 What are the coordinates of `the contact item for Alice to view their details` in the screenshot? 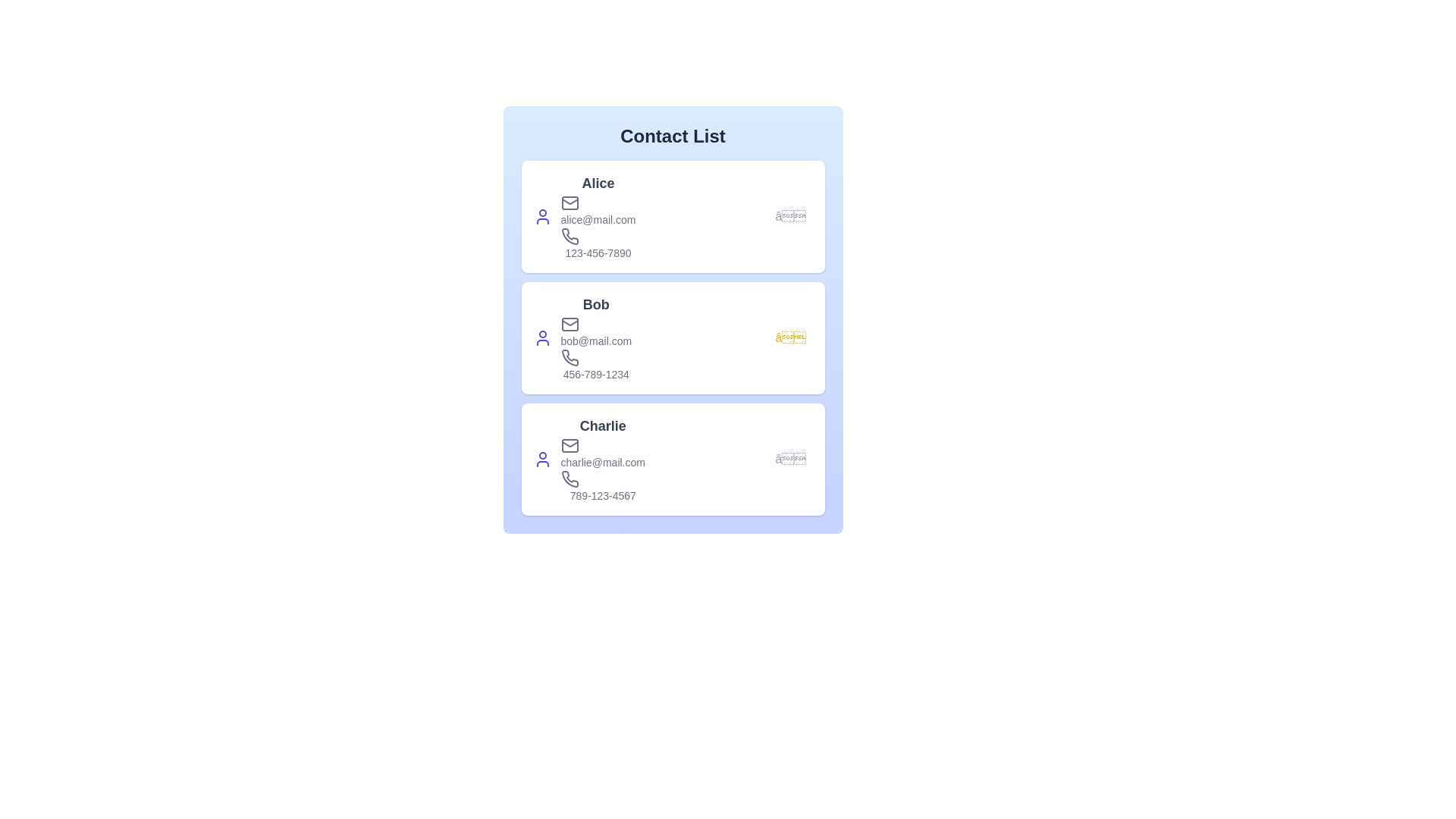 It's located at (672, 216).